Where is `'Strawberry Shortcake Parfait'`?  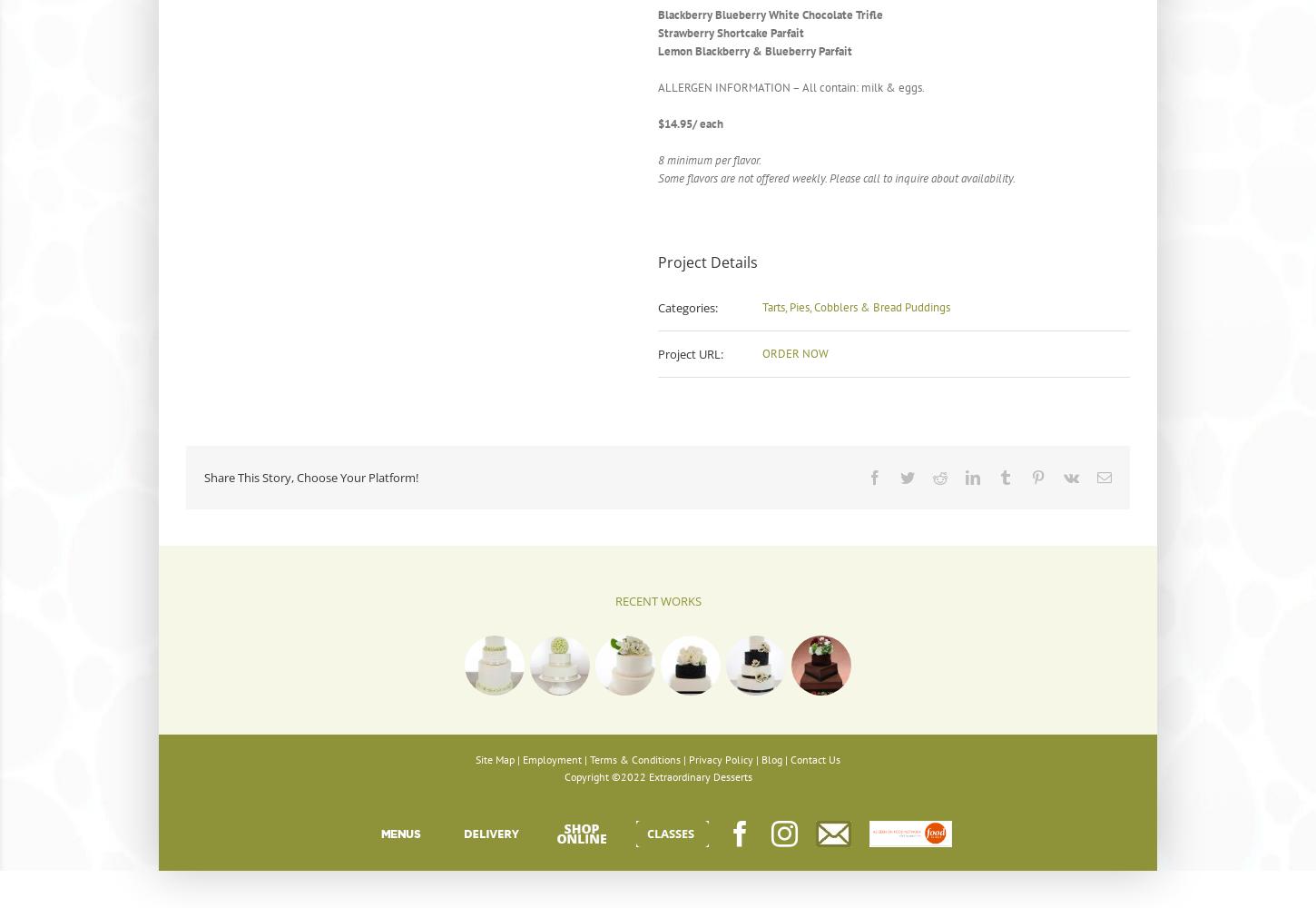
'Strawberry Shortcake Parfait' is located at coordinates (658, 33).